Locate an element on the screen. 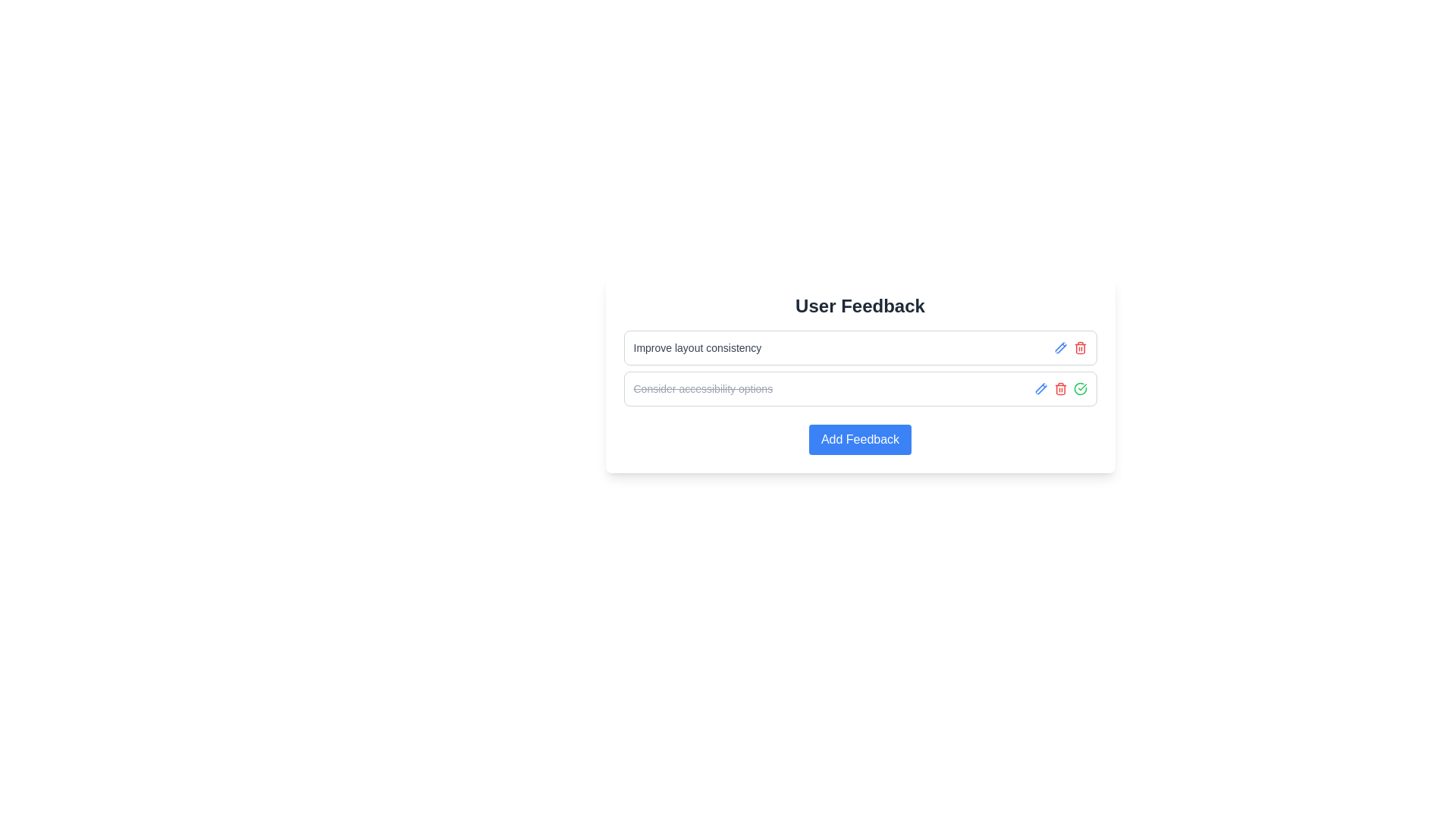 This screenshot has width=1456, height=819. the red trash bin icon in the action group for the feedback item titled 'Improve layout consistency' is located at coordinates (1069, 348).